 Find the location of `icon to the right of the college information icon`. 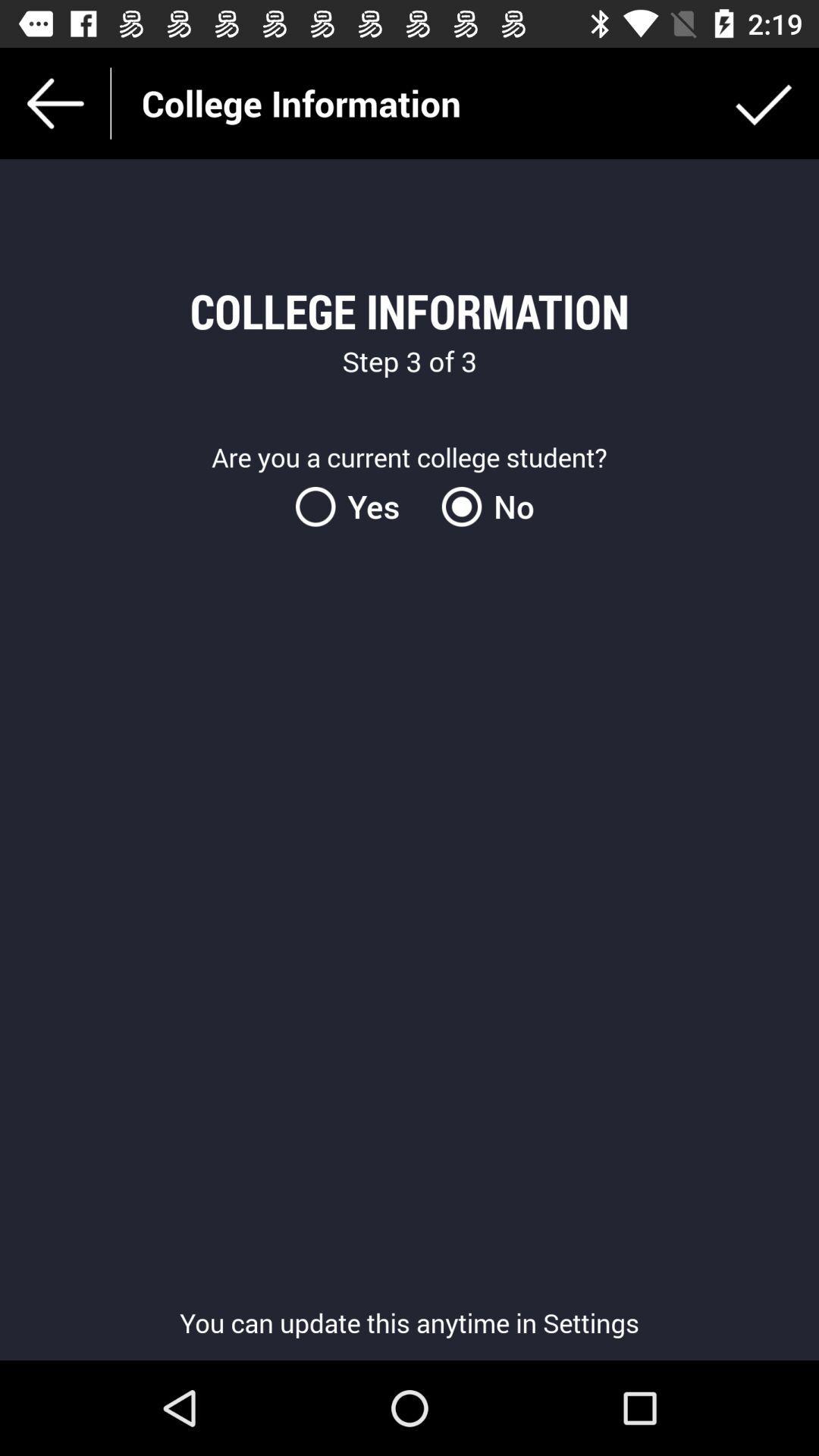

icon to the right of the college information icon is located at coordinates (763, 102).